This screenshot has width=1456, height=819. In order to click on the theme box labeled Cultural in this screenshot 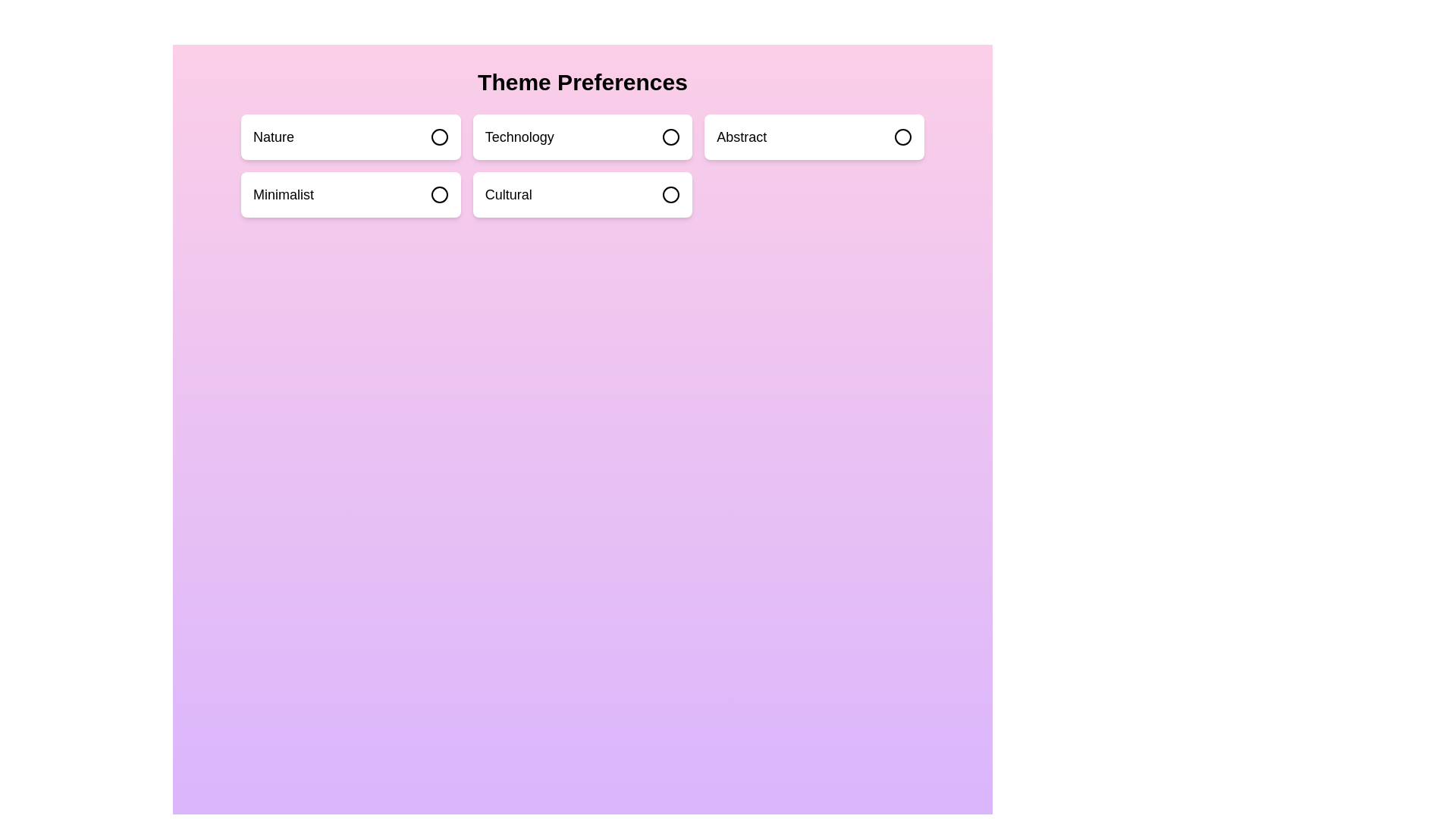, I will do `click(582, 194)`.